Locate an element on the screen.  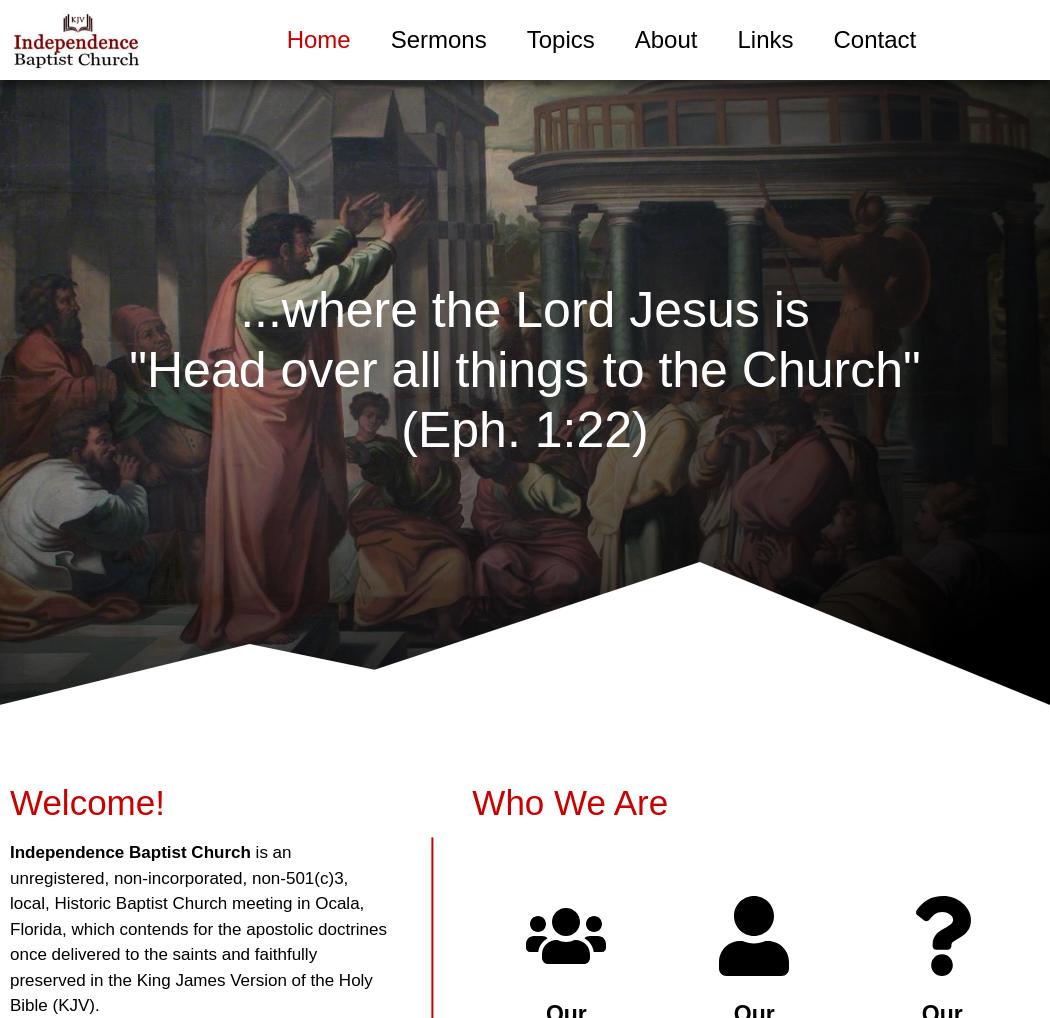
'About' is located at coordinates (633, 38).